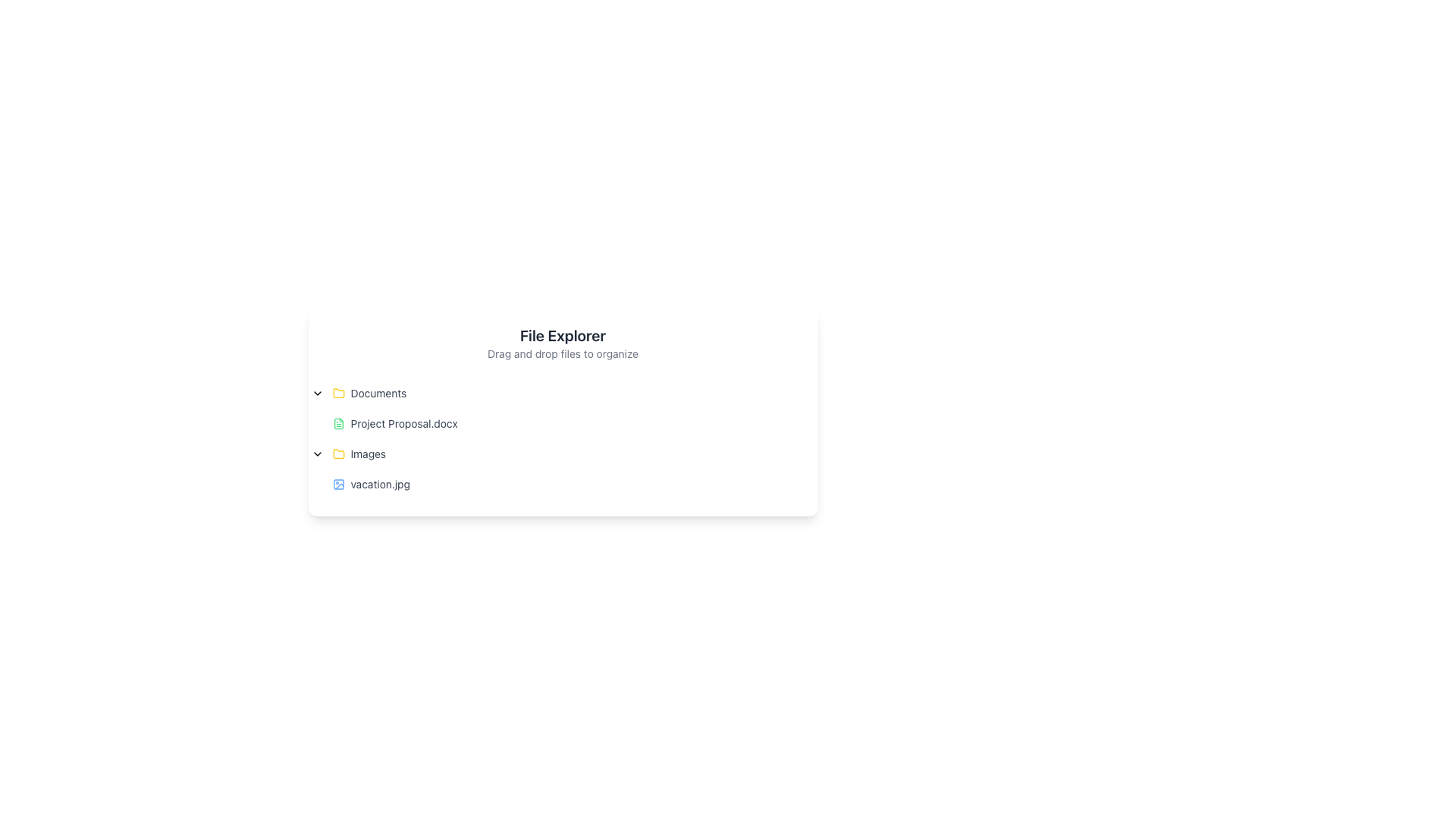  I want to click on the small geometric shape within the image icon associated with 'vacation.jpg' to use it as part of the file selection UI, so click(337, 485).